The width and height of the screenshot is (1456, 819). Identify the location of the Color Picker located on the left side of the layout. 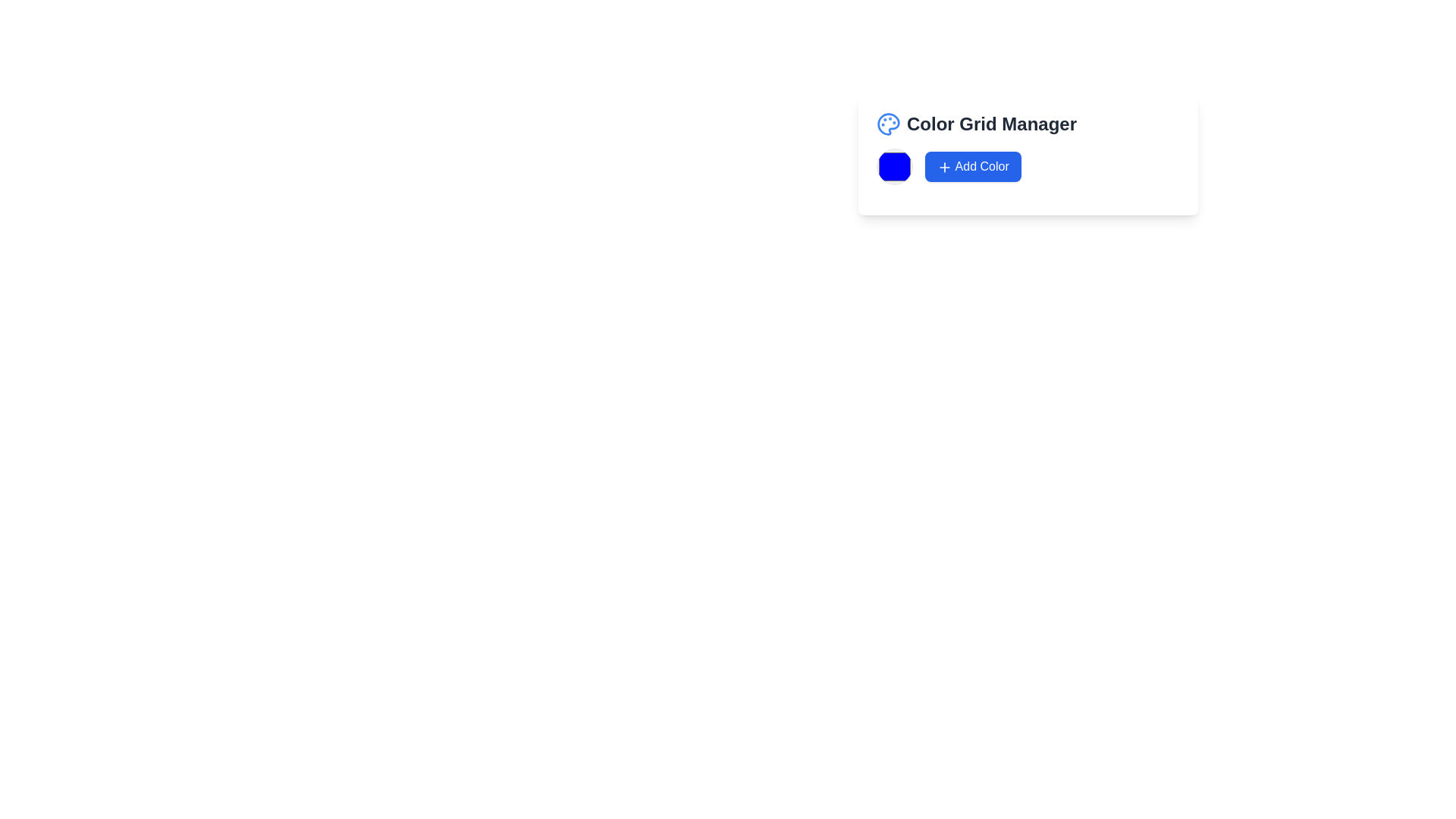
(895, 166).